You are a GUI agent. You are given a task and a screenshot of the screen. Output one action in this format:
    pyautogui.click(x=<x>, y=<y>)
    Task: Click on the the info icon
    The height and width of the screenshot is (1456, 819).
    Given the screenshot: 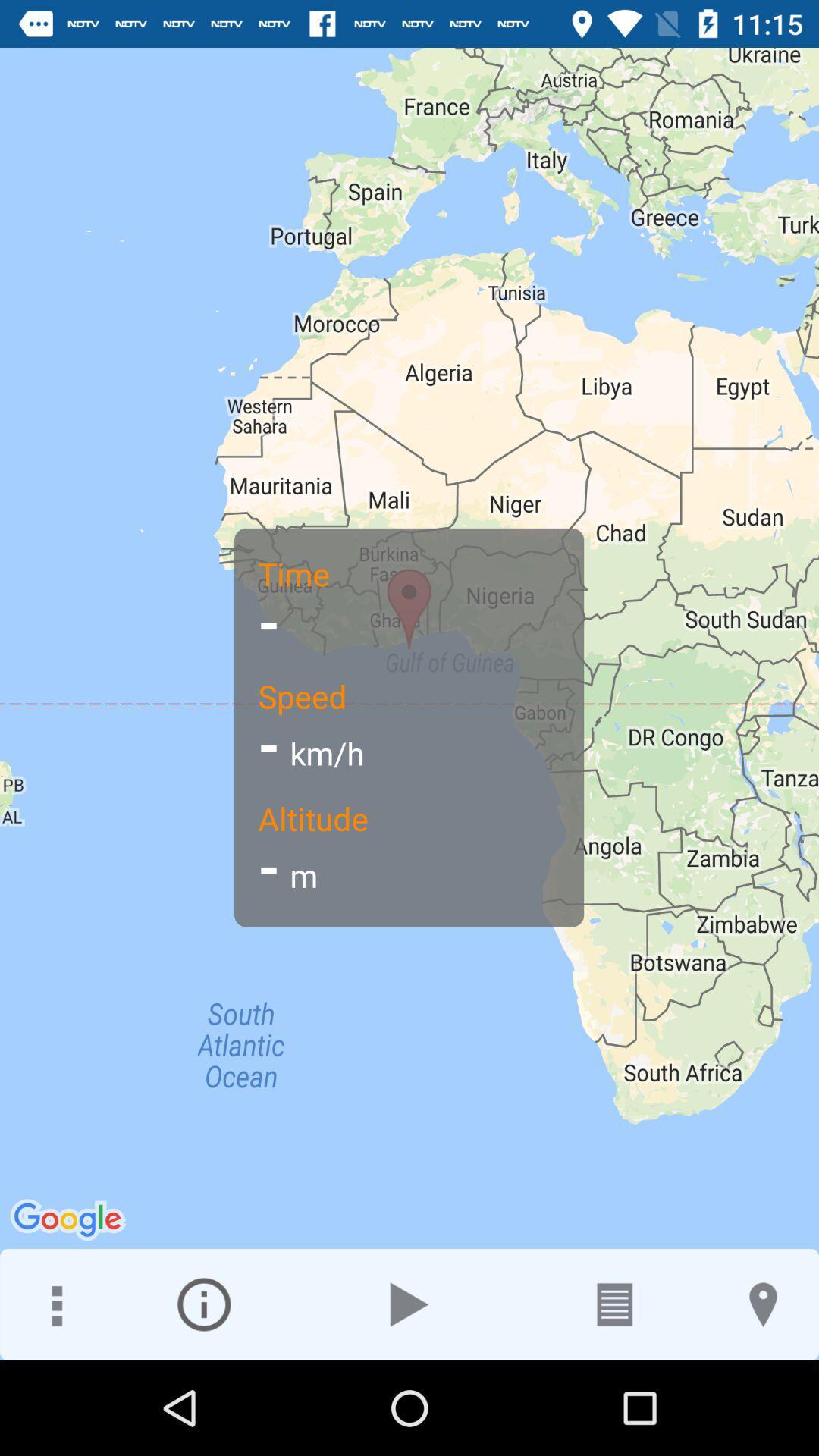 What is the action you would take?
    pyautogui.click(x=203, y=1304)
    